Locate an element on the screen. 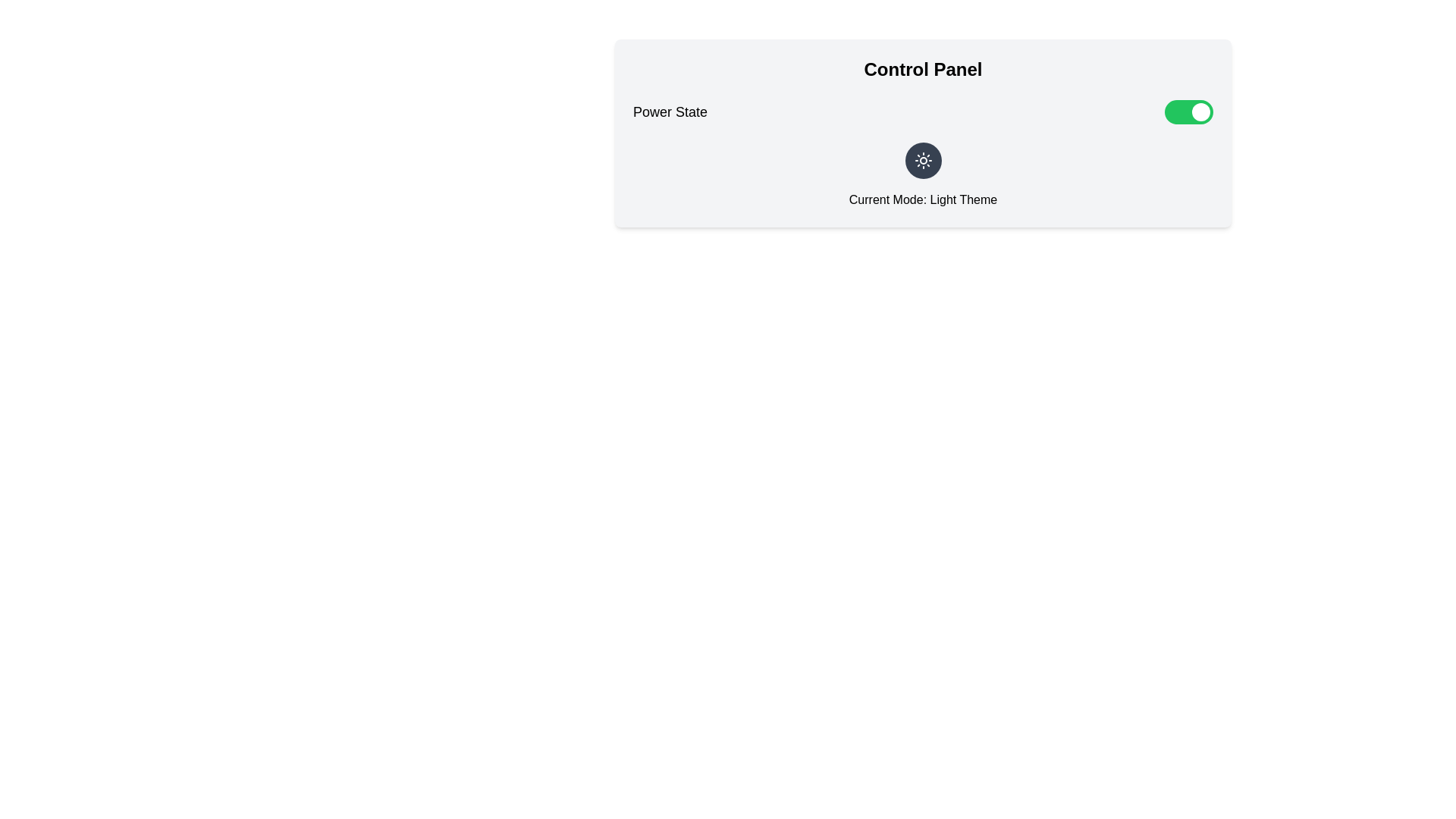 The image size is (1456, 819). the toggle switch located adjacent to the 'Power State' label is located at coordinates (1188, 111).